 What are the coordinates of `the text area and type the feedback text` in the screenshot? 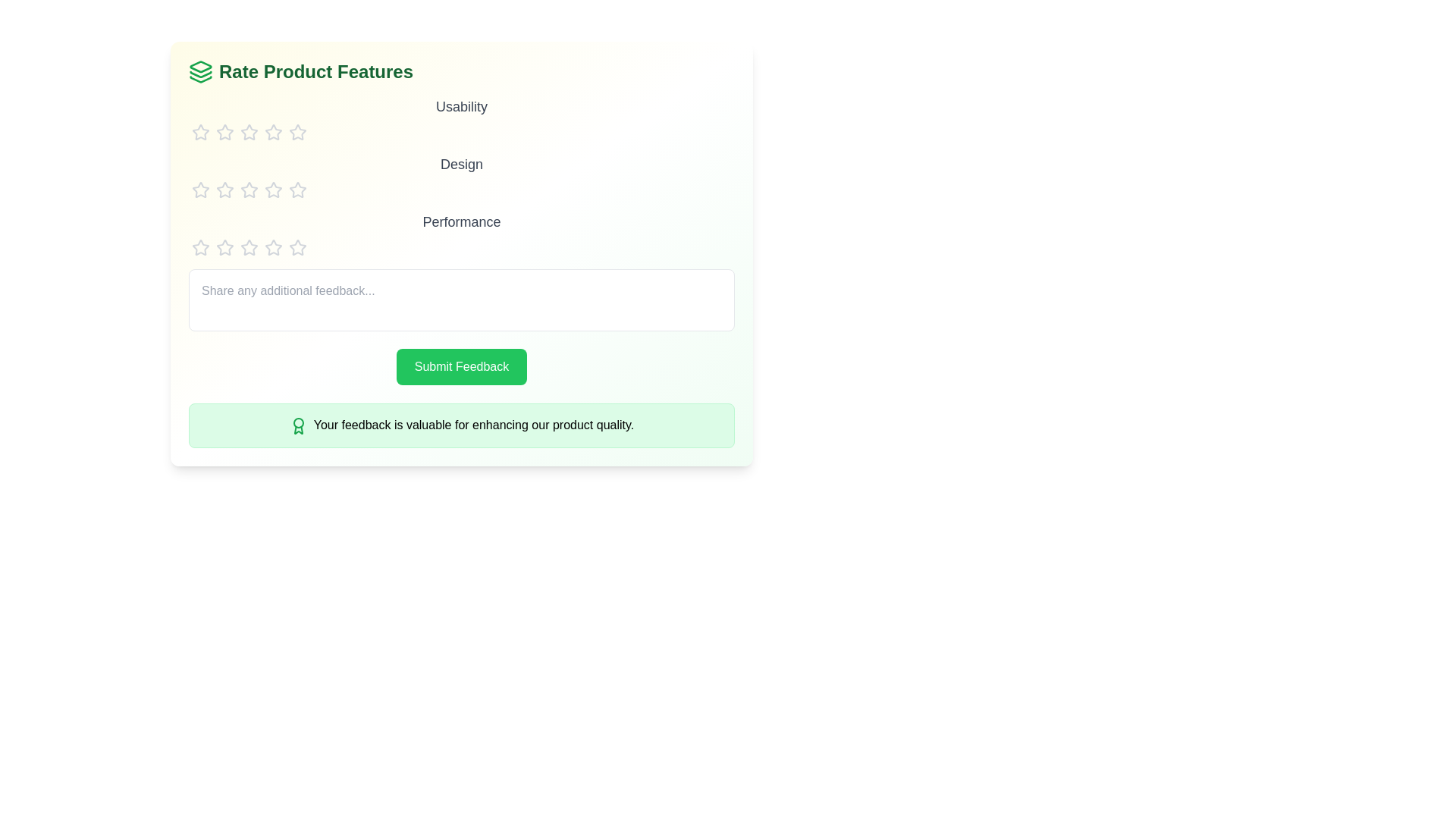 It's located at (461, 300).